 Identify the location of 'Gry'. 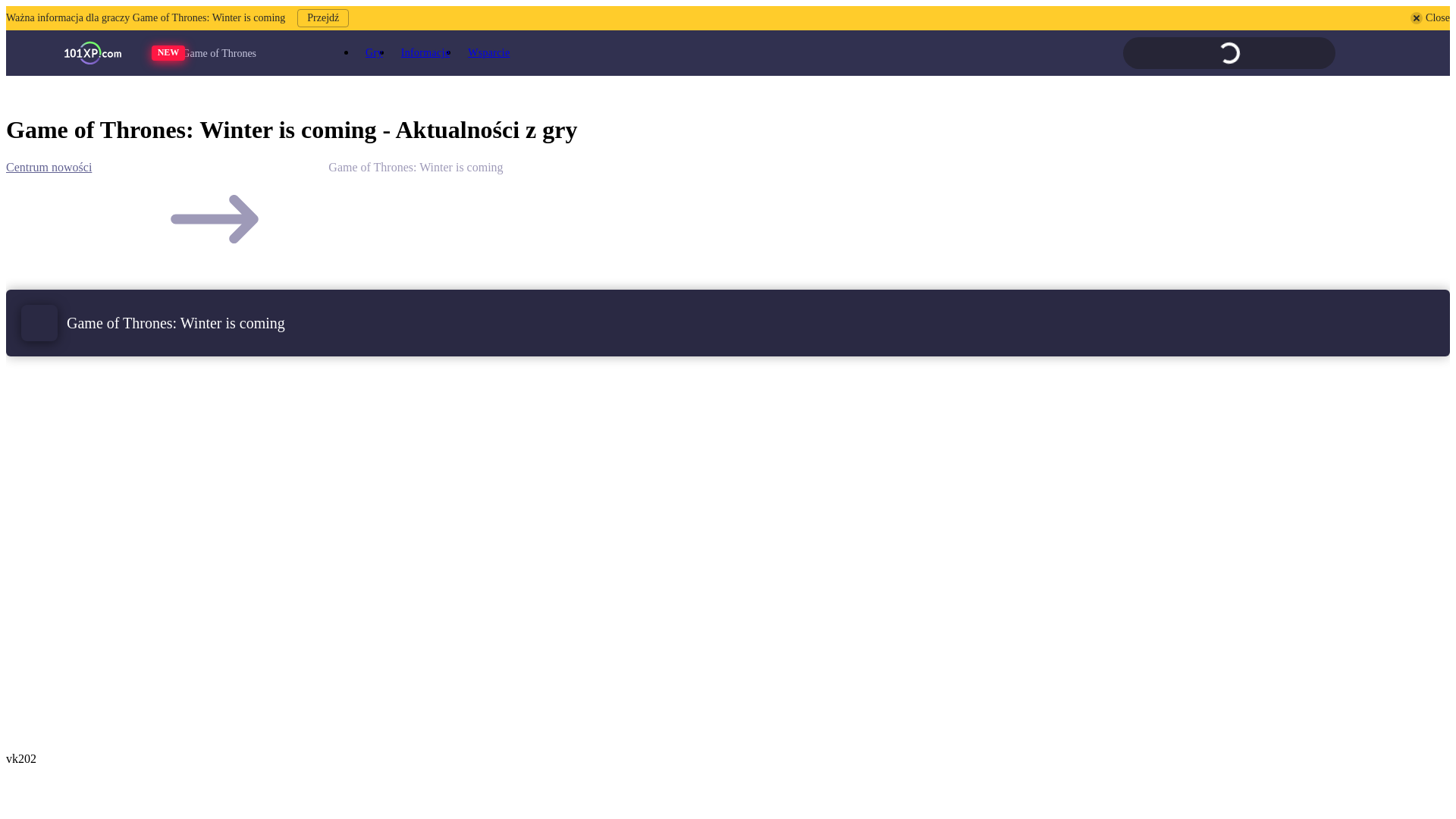
(374, 52).